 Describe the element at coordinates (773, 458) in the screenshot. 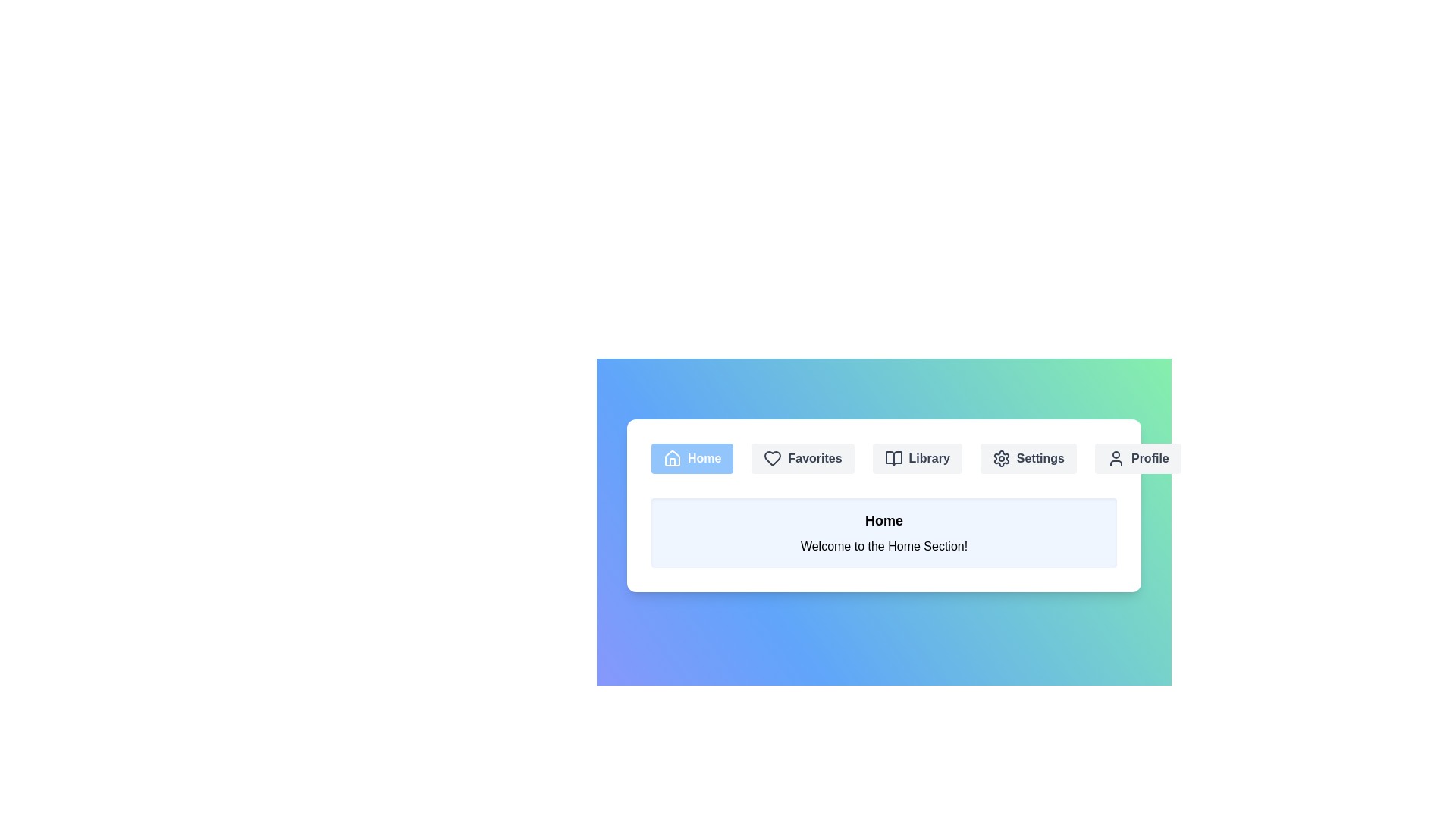

I see `the heart-shaped icon with a dark gray stroke, located within the 'Favorites' button, positioned to the left of the text 'Favorites'` at that location.